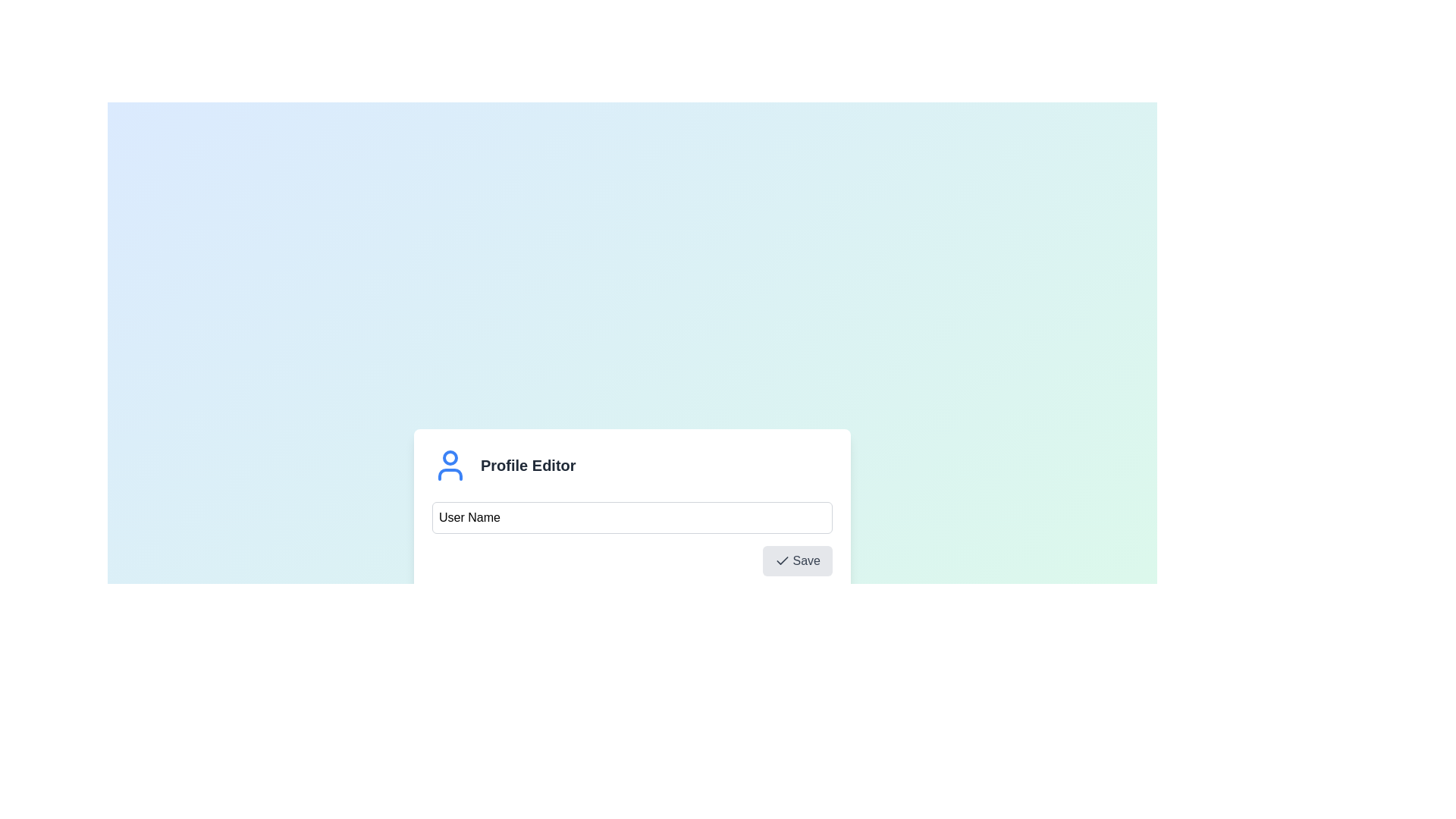 Image resolution: width=1456 pixels, height=819 pixels. What do you see at coordinates (796, 561) in the screenshot?
I see `the 'Save' button, which has a rounded light gray background, darker gray text, and a checkmark icon` at bounding box center [796, 561].